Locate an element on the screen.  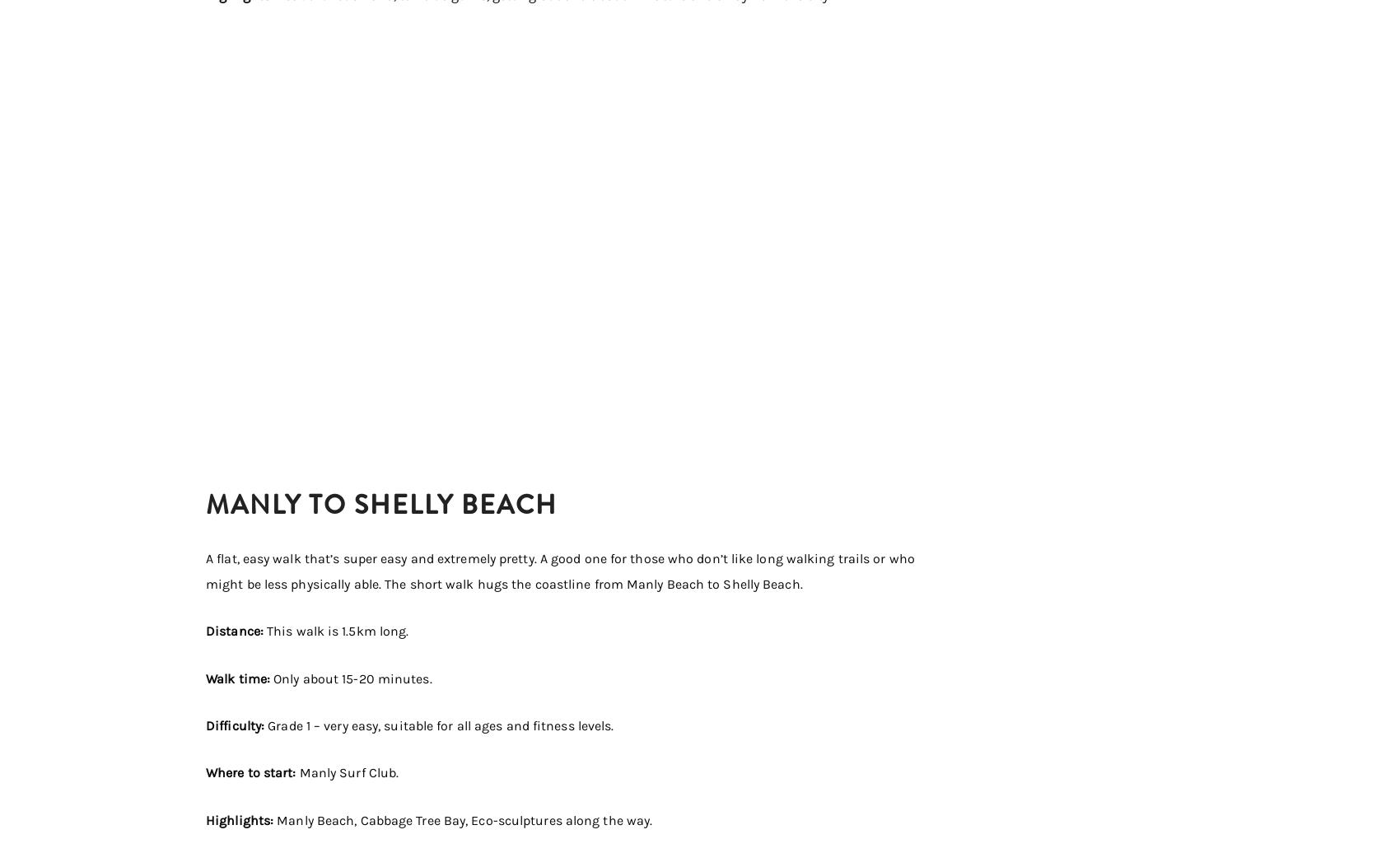
'Highlights:' is located at coordinates (241, 819).